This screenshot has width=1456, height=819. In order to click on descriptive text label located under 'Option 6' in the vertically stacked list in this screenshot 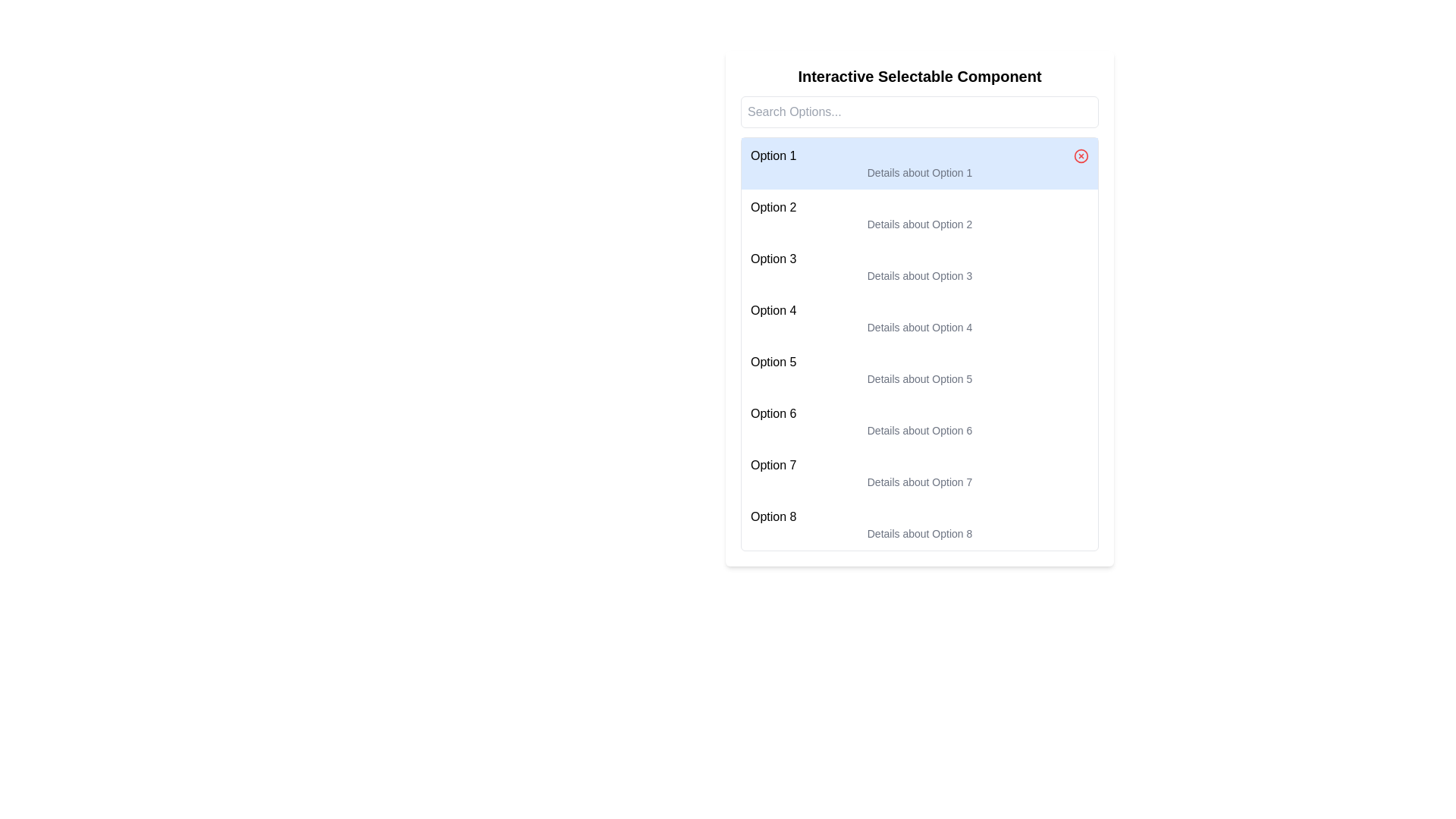, I will do `click(919, 430)`.